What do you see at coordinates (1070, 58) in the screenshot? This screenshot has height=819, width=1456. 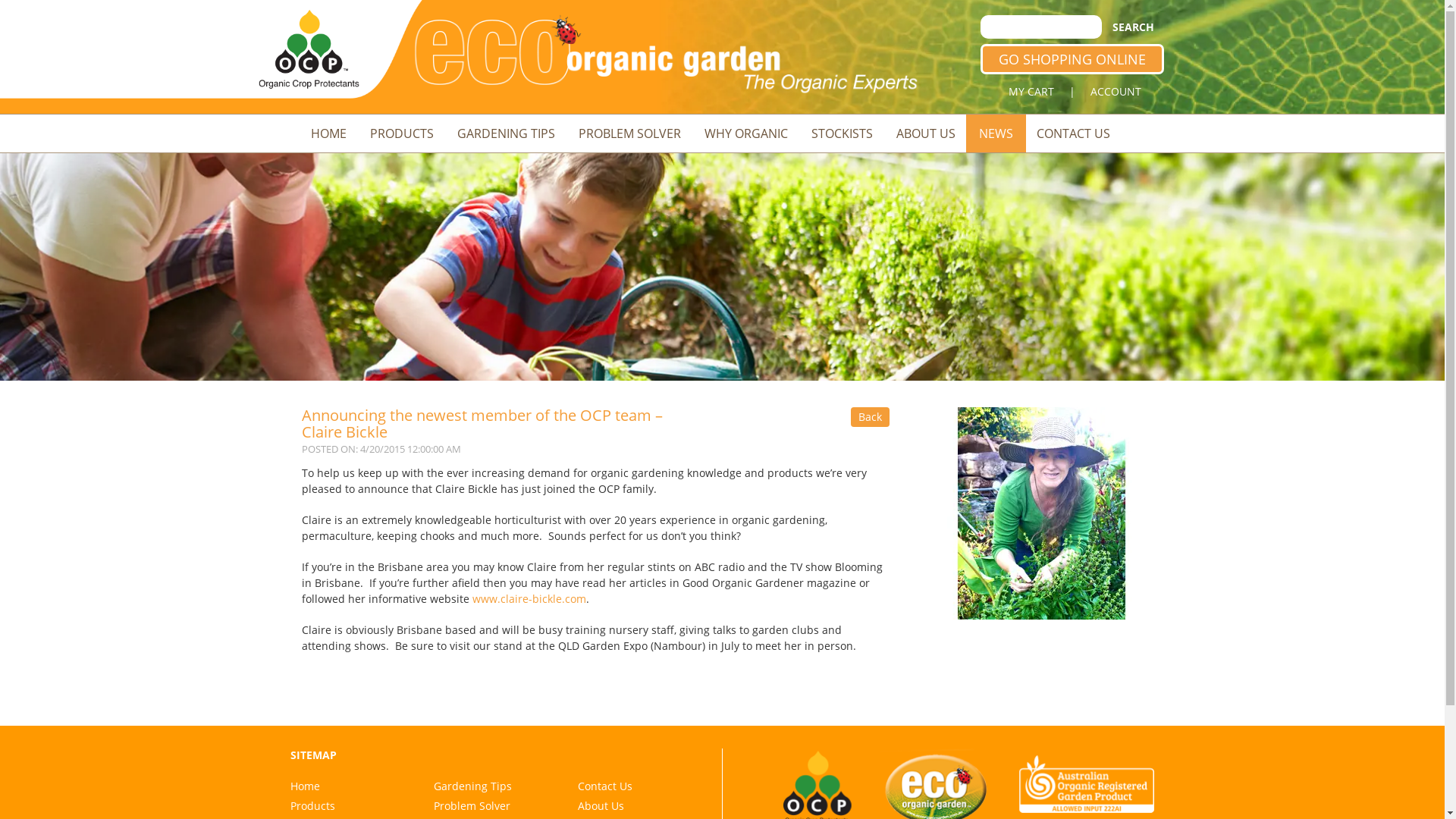 I see `'GO SHOPPING ONLINE'` at bounding box center [1070, 58].